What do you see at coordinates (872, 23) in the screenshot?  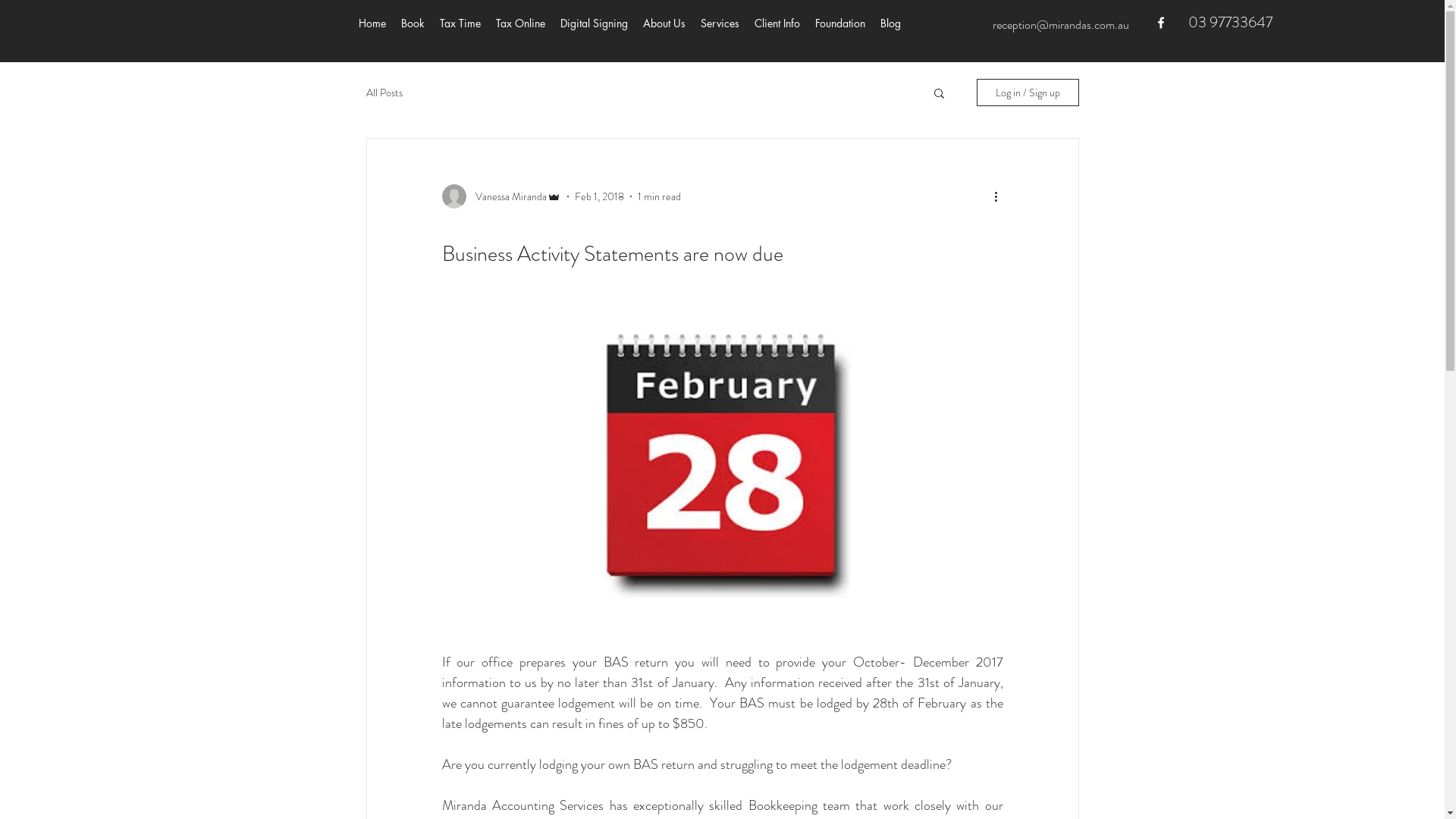 I see `'Blog'` at bounding box center [872, 23].